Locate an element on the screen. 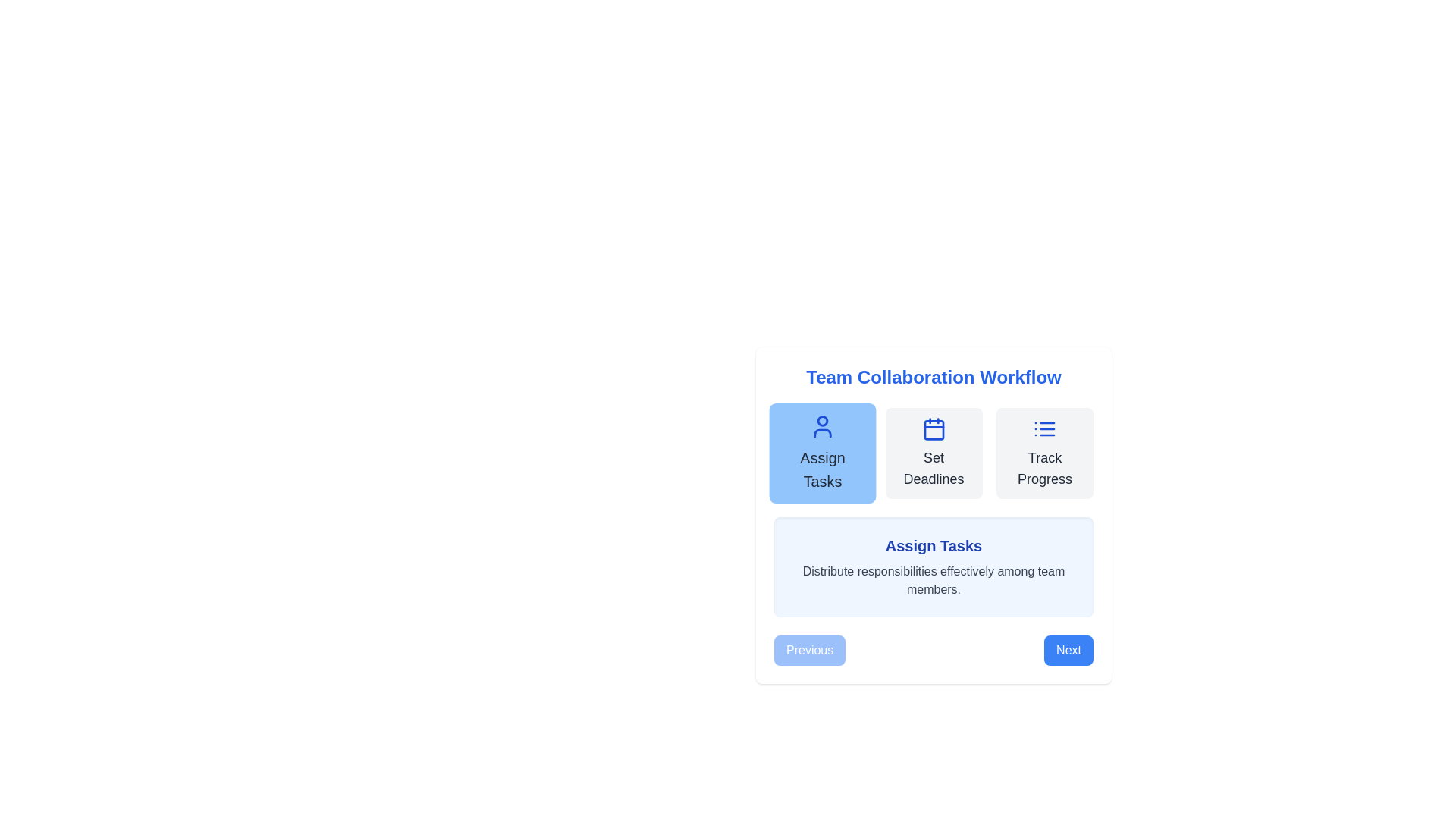 This screenshot has height=819, width=1456. the 'Assign Tasks' button located below the 'Team Collaboration Workflow' heading is located at coordinates (821, 452).